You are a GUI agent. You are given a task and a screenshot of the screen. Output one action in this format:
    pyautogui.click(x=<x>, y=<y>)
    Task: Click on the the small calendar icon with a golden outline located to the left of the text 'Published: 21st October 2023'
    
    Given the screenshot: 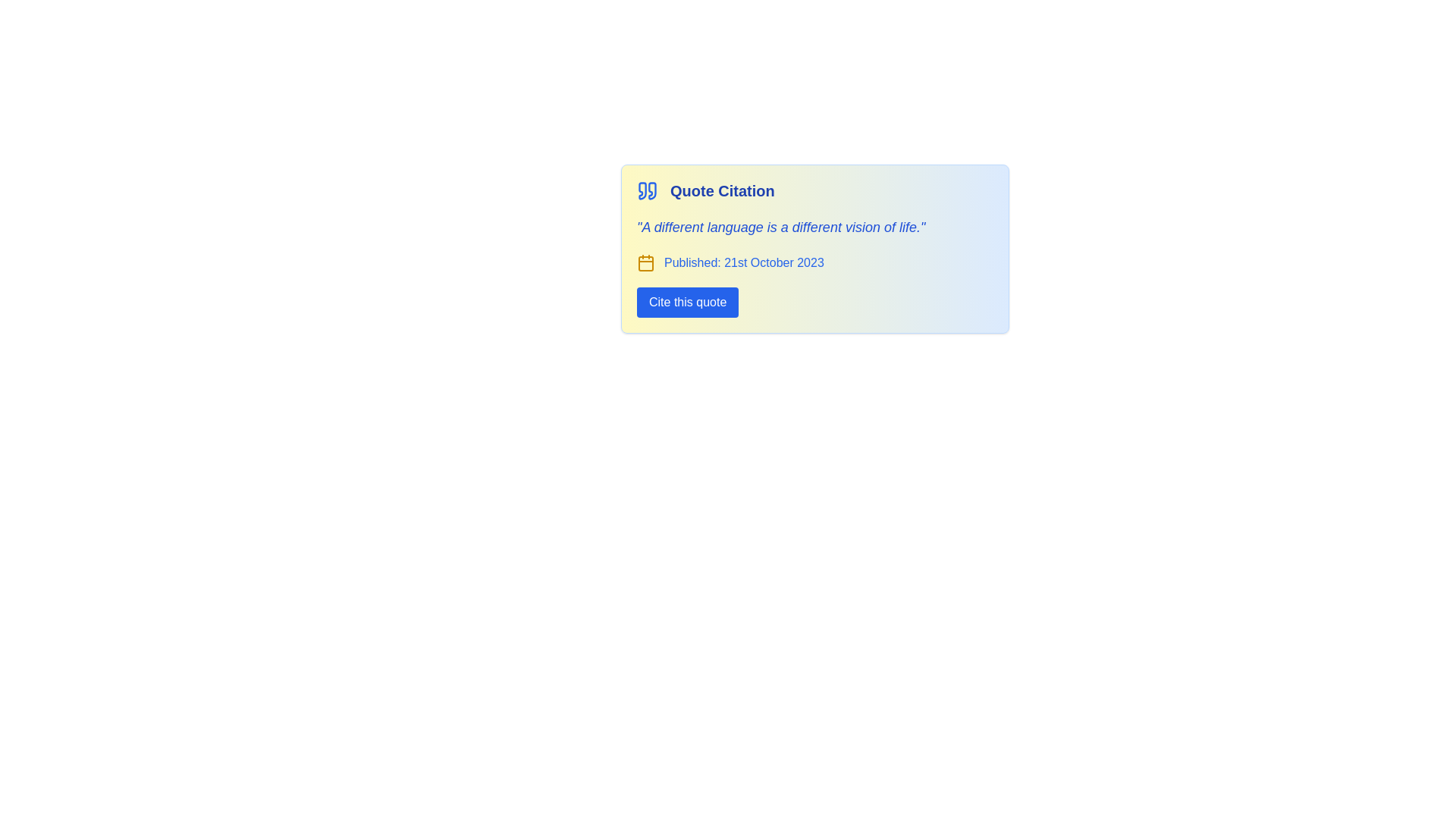 What is the action you would take?
    pyautogui.click(x=645, y=262)
    